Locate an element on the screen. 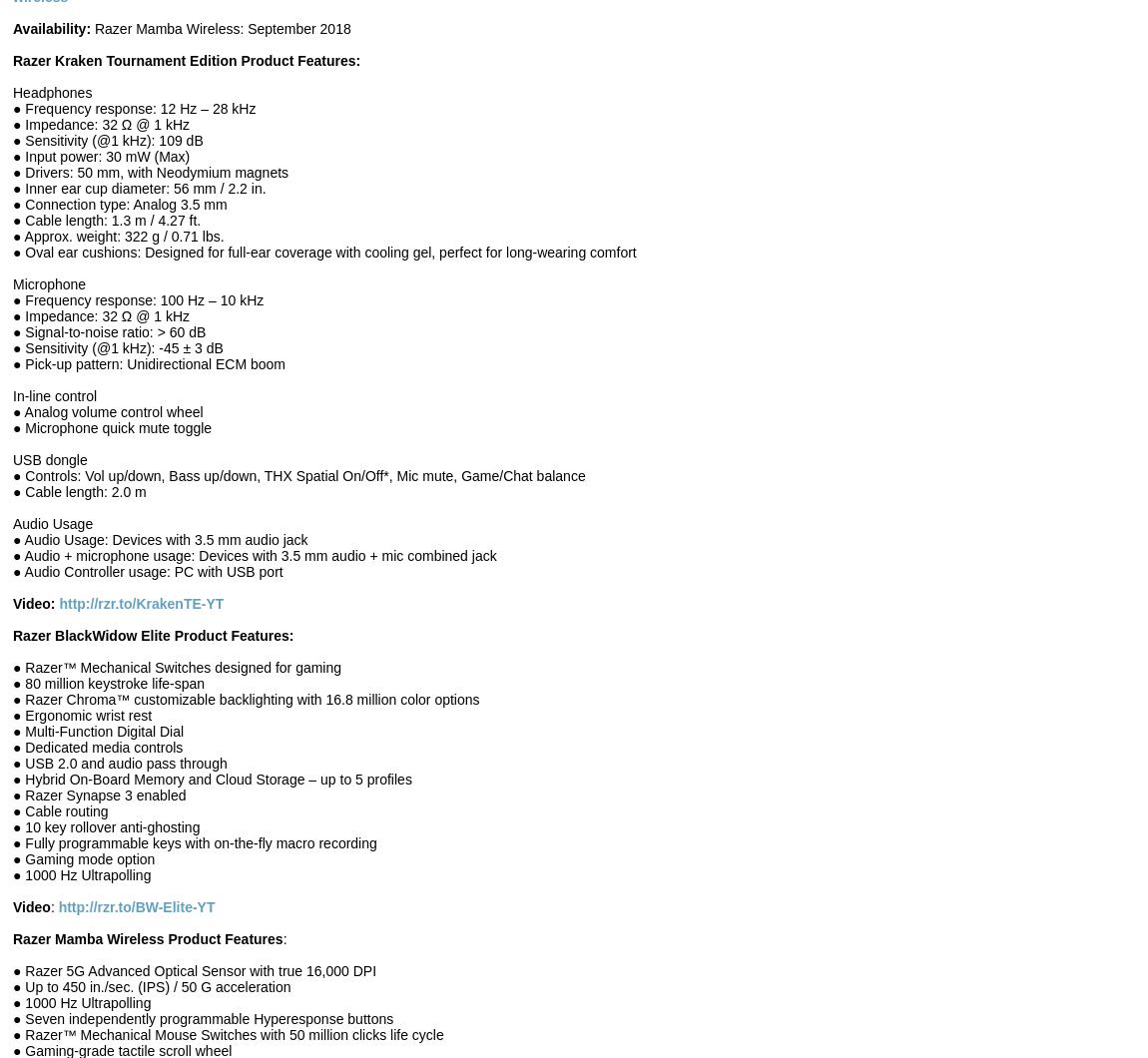 The height and width of the screenshot is (1058, 1148). '● Cable length: 1.3 m / 4.27 ft.' is located at coordinates (11, 220).